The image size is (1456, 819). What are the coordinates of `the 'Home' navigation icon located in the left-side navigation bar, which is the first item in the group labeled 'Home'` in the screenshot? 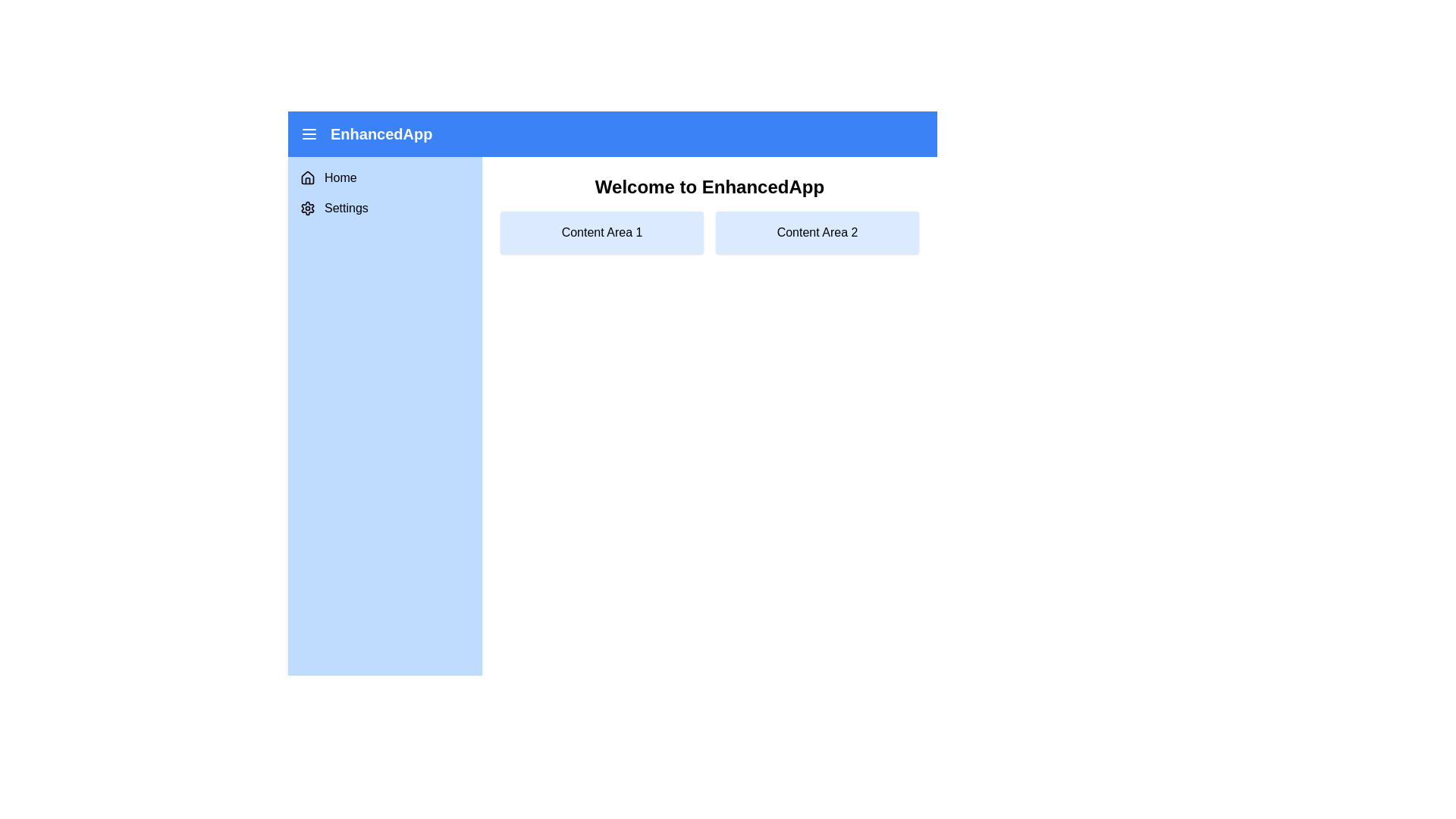 It's located at (307, 177).